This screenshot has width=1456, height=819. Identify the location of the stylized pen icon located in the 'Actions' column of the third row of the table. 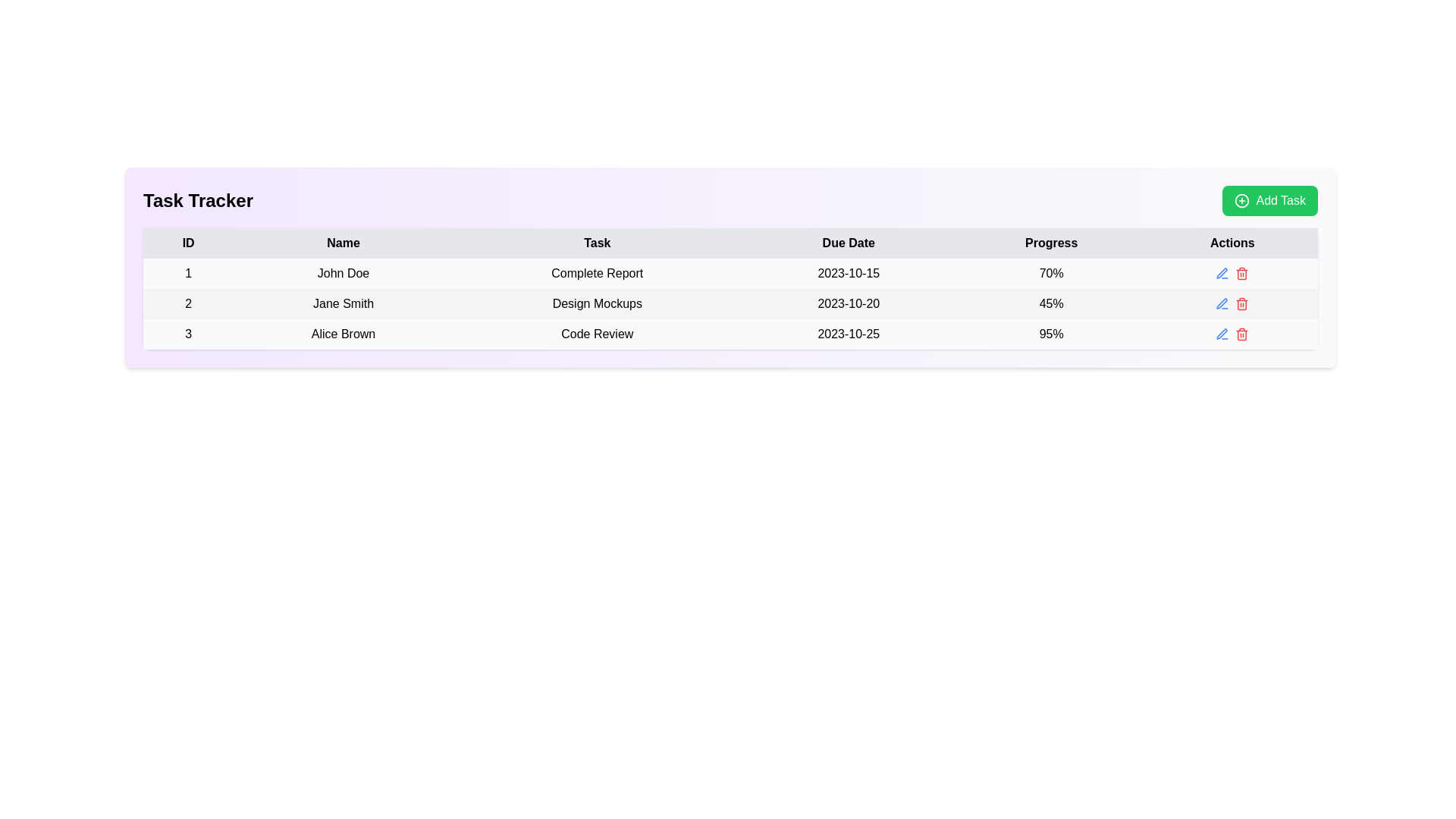
(1222, 273).